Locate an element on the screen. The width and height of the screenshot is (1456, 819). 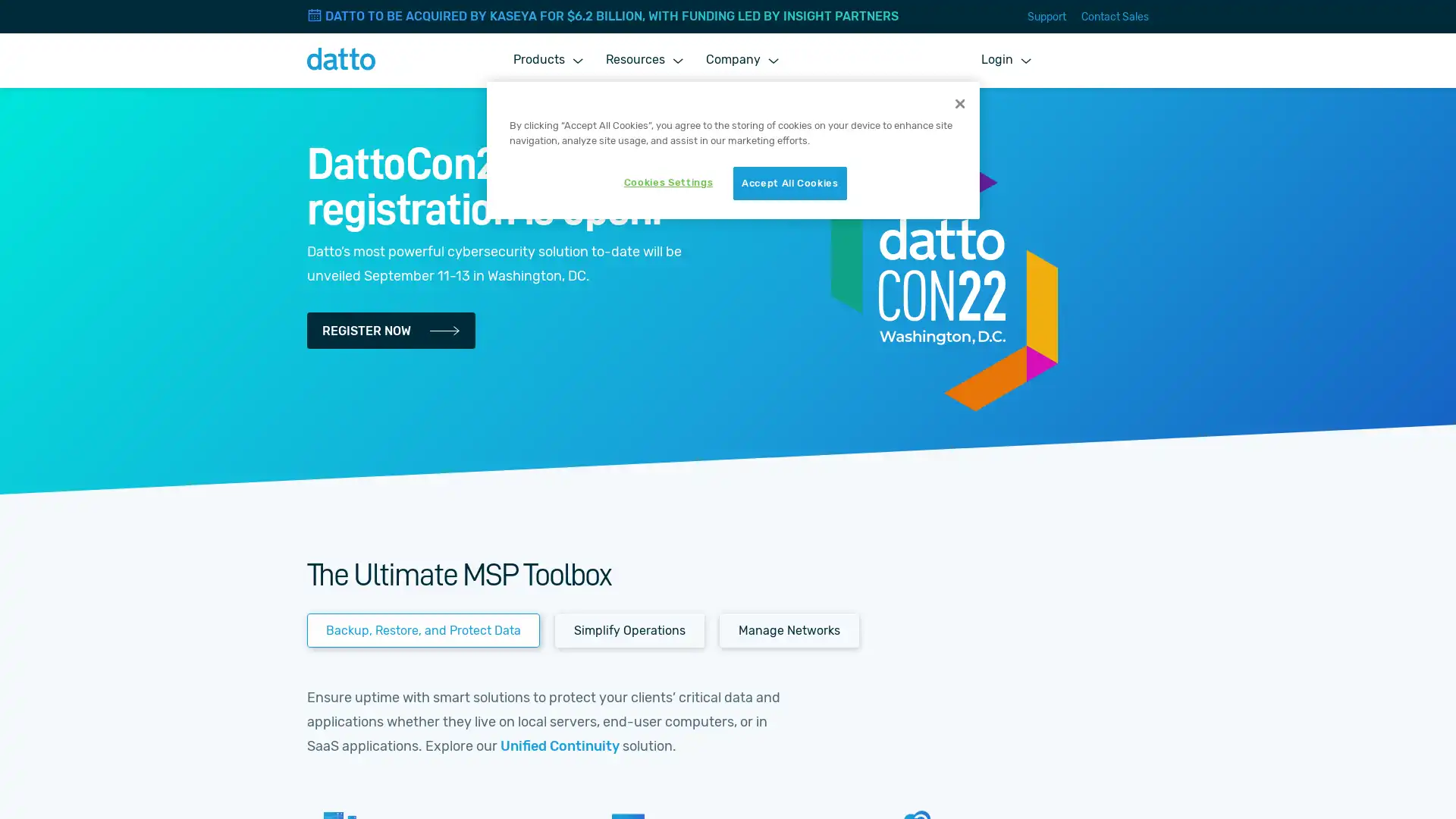
Cookies Settings is located at coordinates (671, 181).